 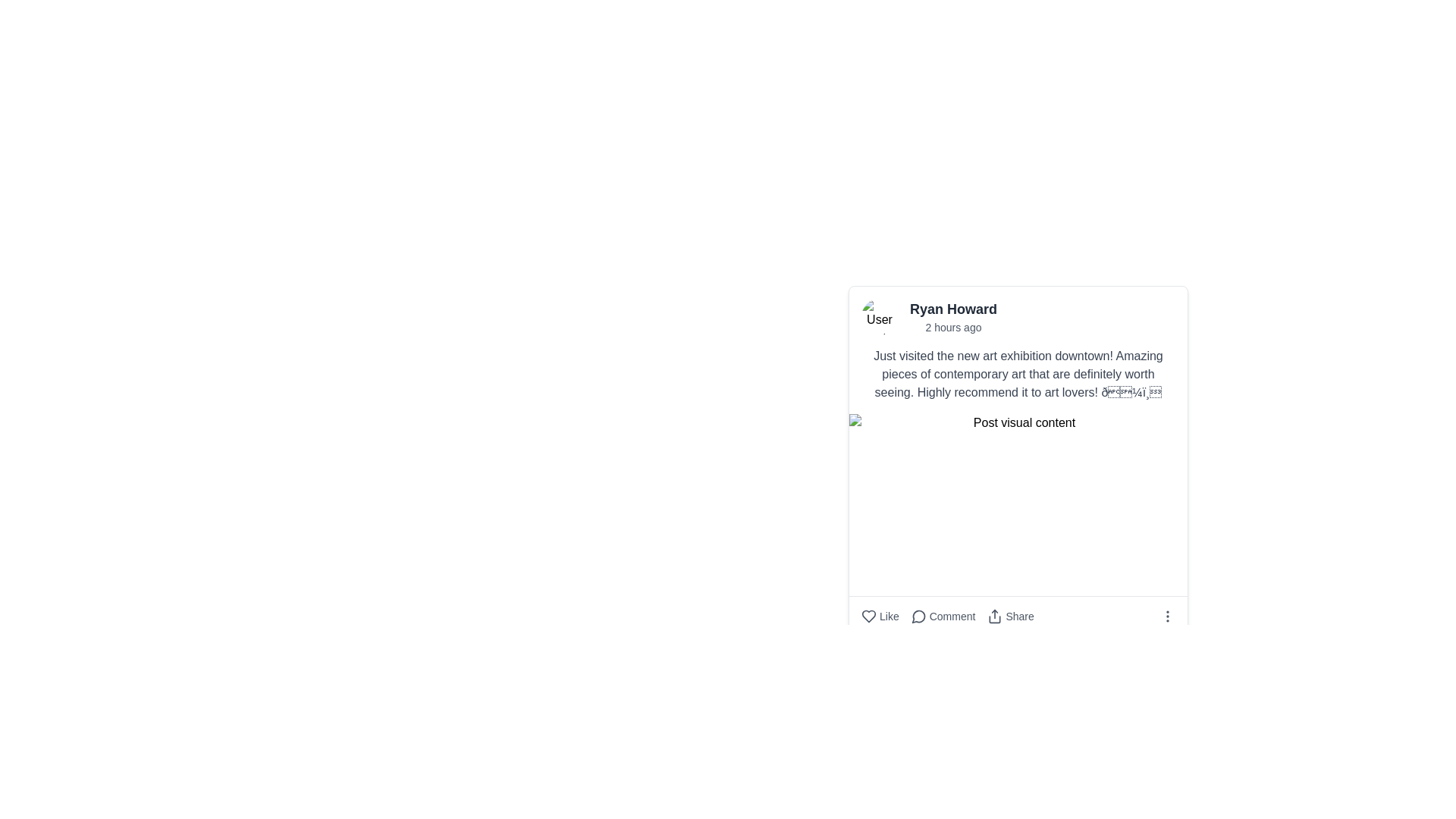 What do you see at coordinates (995, 617) in the screenshot?
I see `the share icon located in the bottom right corner of the post interface, to the left of the text 'Share'` at bounding box center [995, 617].